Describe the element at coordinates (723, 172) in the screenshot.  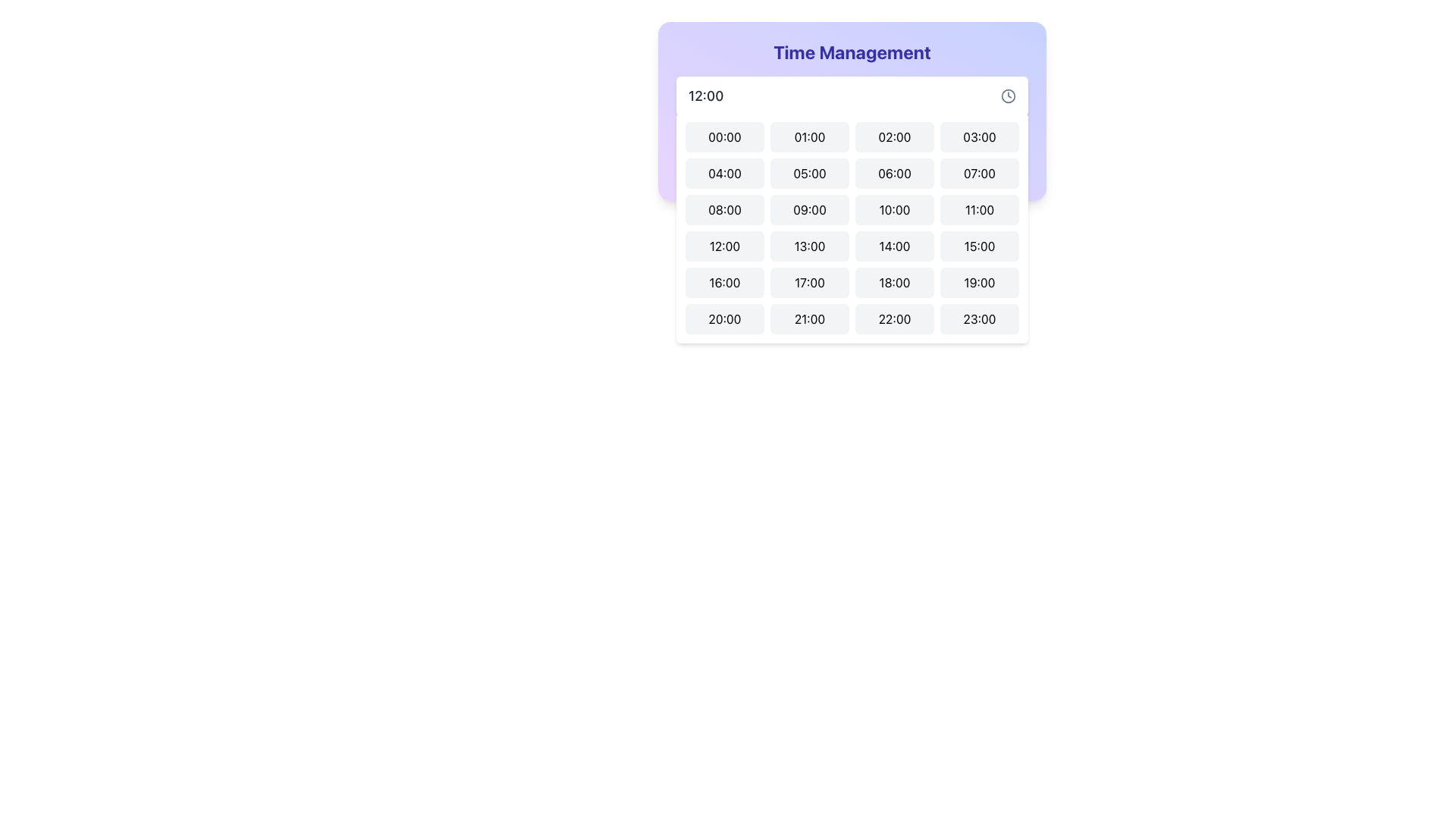
I see `the rectangular button with a light gray background and rounded corners that contains the text '04:00' in black, located in the second row and first column of the 'Time Management' modal` at that location.